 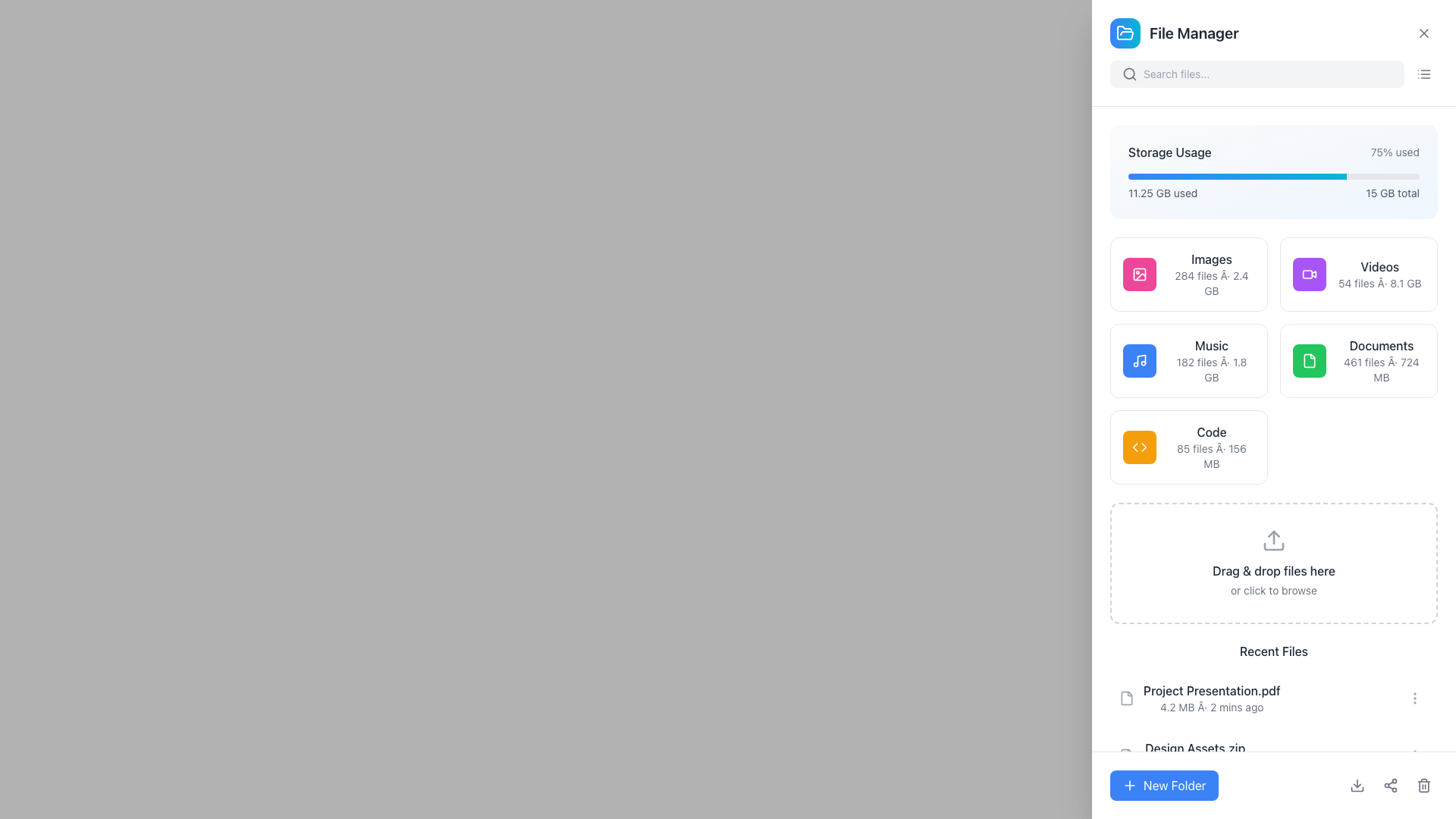 I want to click on the file icon representing 'Project Presentation.pdf' located in the 'Recent Files' section, which is the first component in its horizontal group, so click(x=1127, y=698).